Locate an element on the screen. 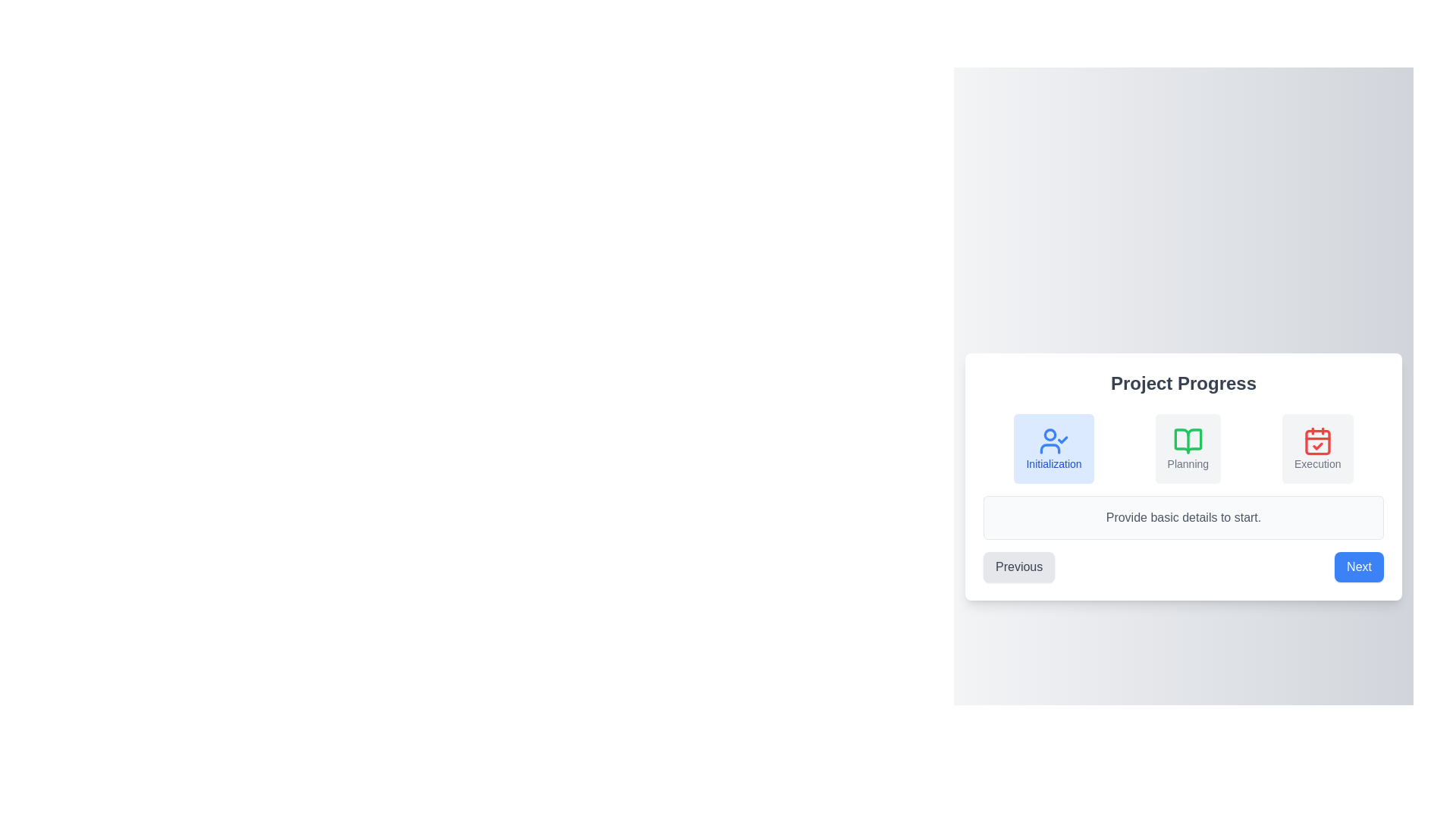 Image resolution: width=1456 pixels, height=819 pixels. the step Planning in the step progress indicator is located at coordinates (1187, 447).